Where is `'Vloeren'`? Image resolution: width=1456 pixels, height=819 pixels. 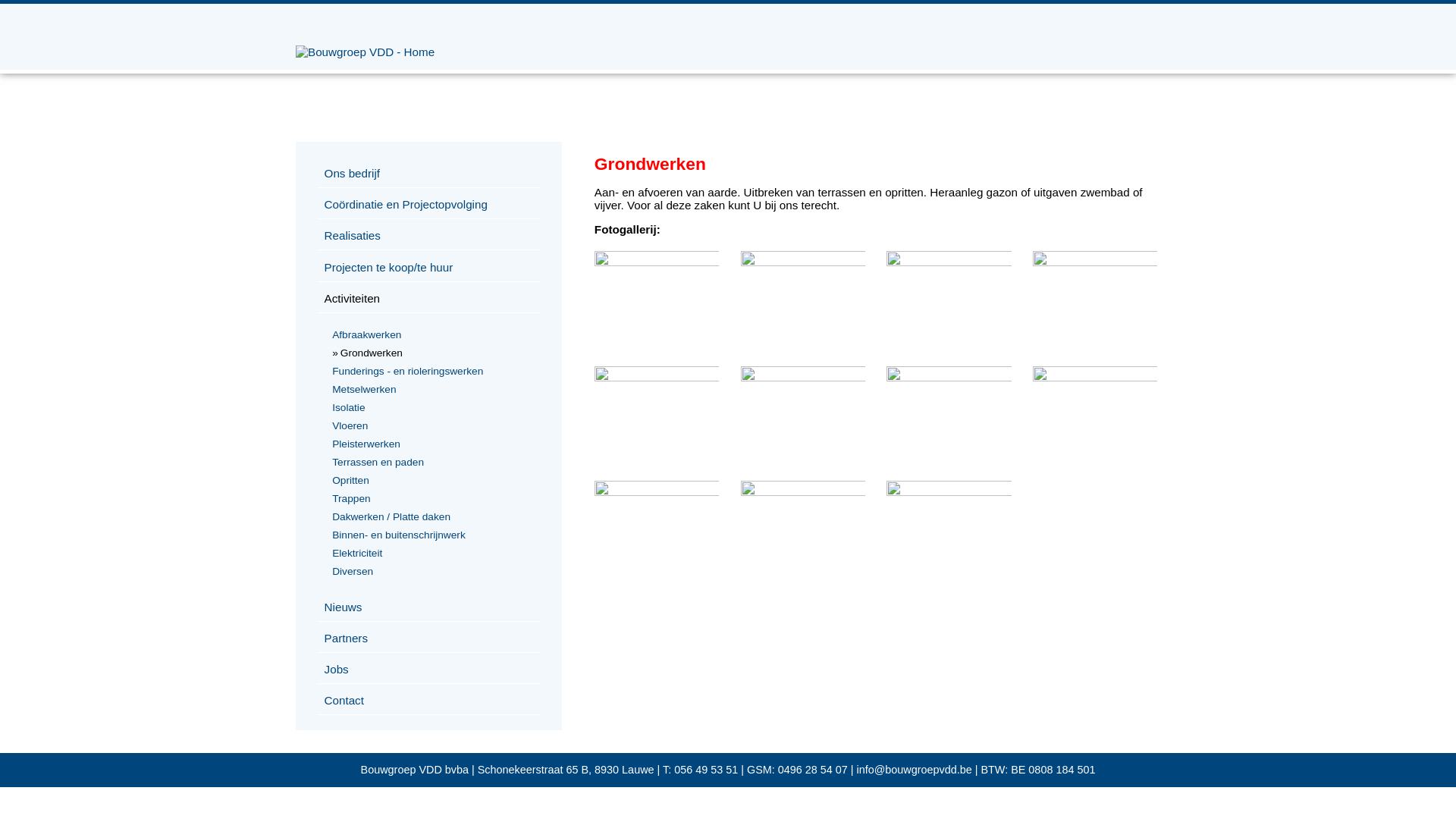
'Vloeren' is located at coordinates (431, 425).